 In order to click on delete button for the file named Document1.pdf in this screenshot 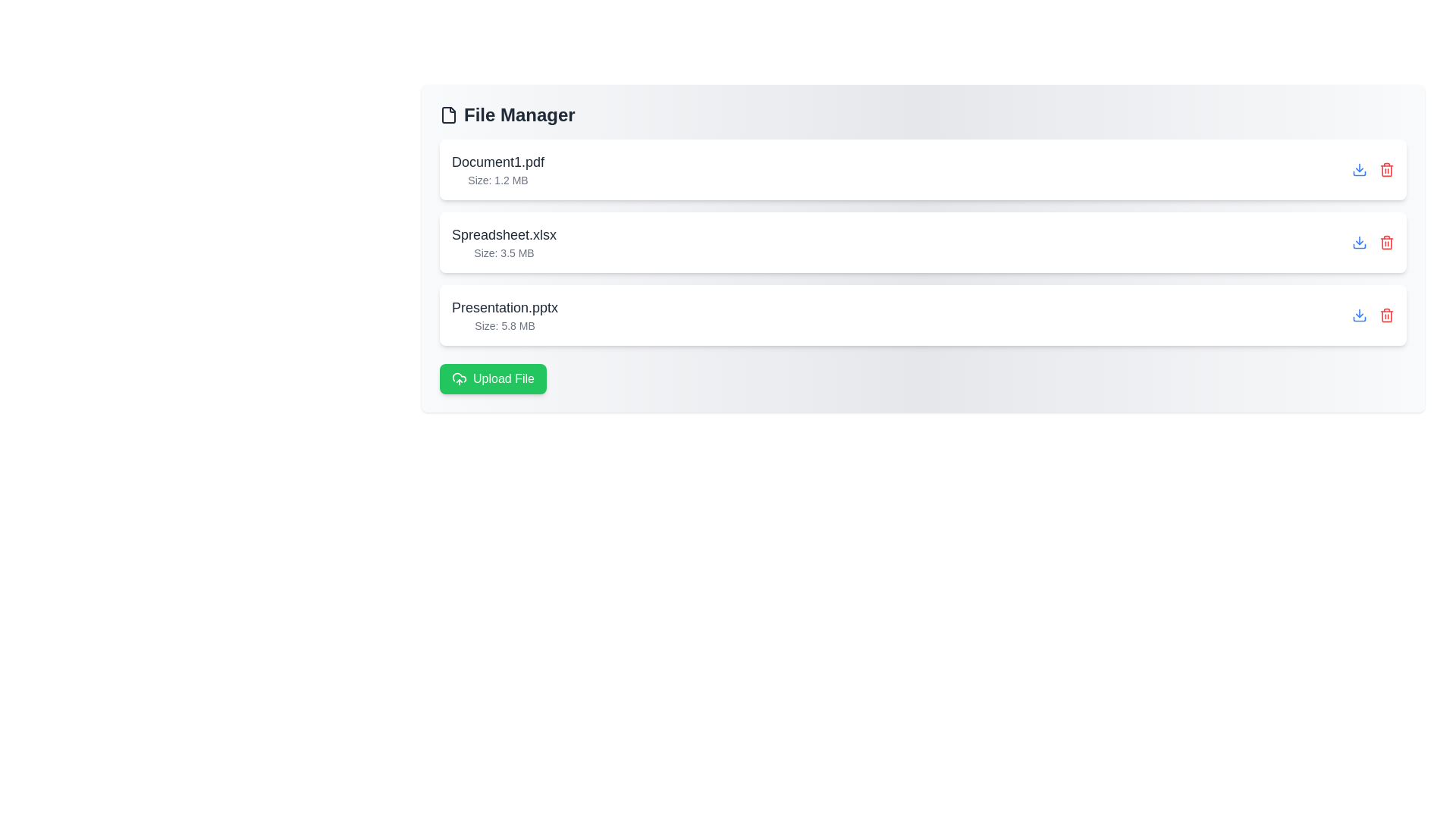, I will do `click(1386, 169)`.